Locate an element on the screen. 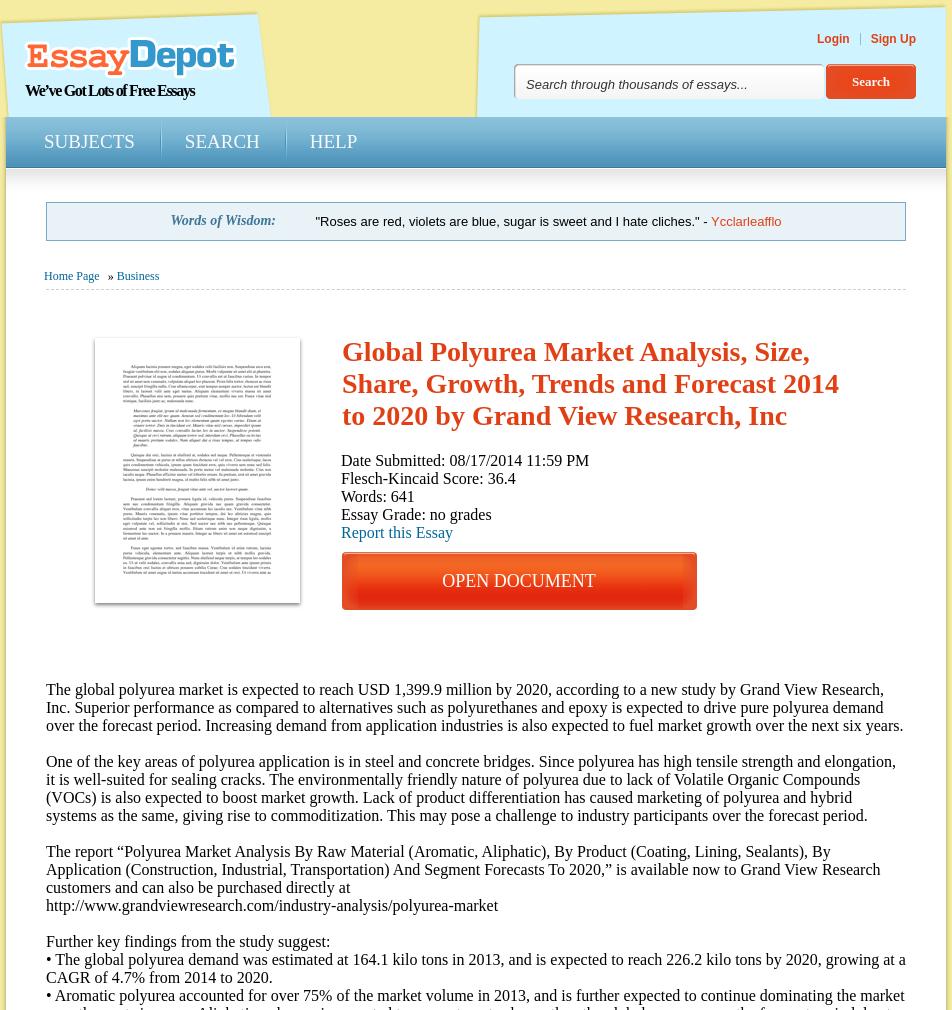  'Words: 641' is located at coordinates (377, 496).